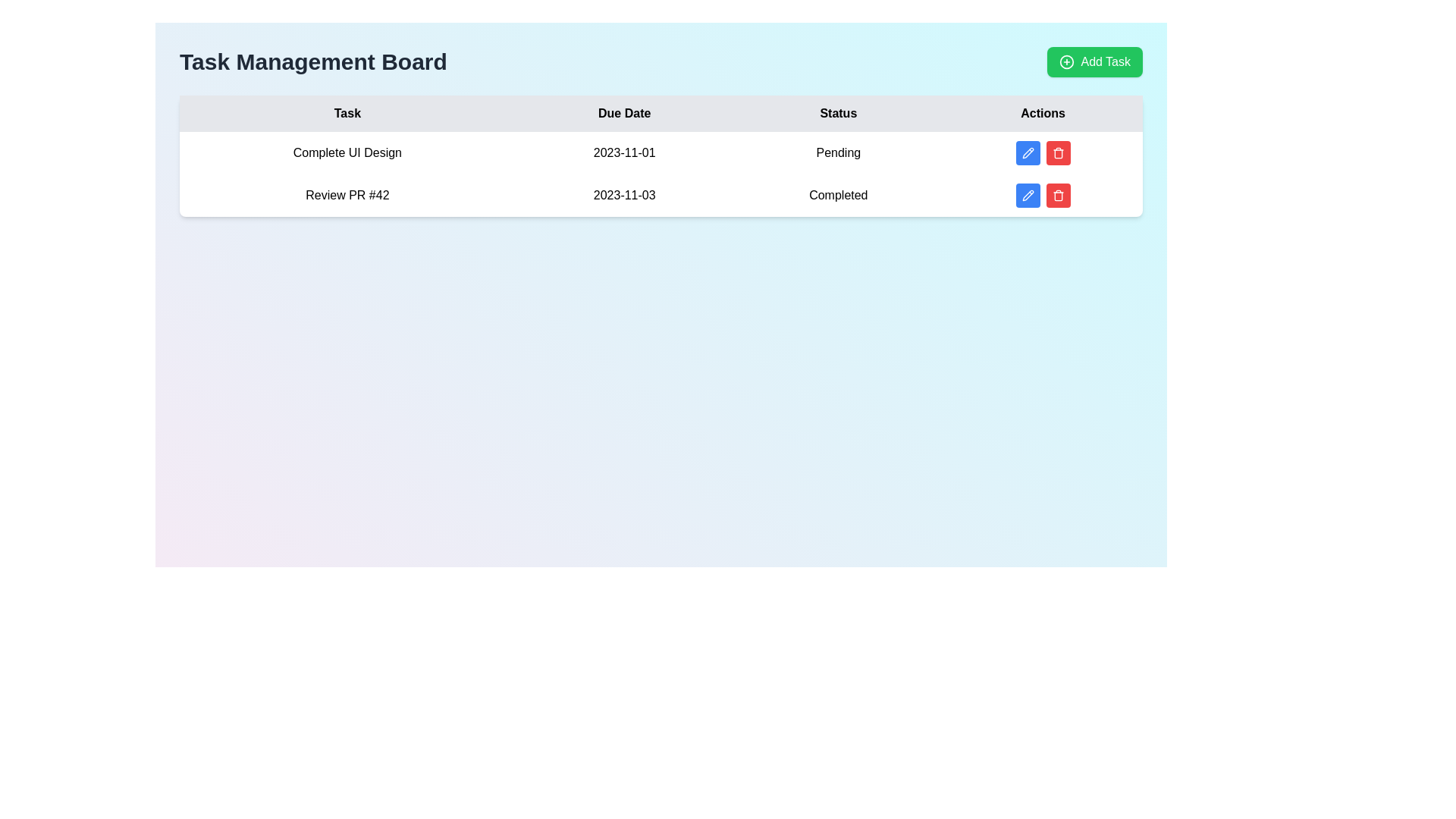 The width and height of the screenshot is (1456, 819). I want to click on the pencil icon button in the second row of the actions column, so click(1028, 195).